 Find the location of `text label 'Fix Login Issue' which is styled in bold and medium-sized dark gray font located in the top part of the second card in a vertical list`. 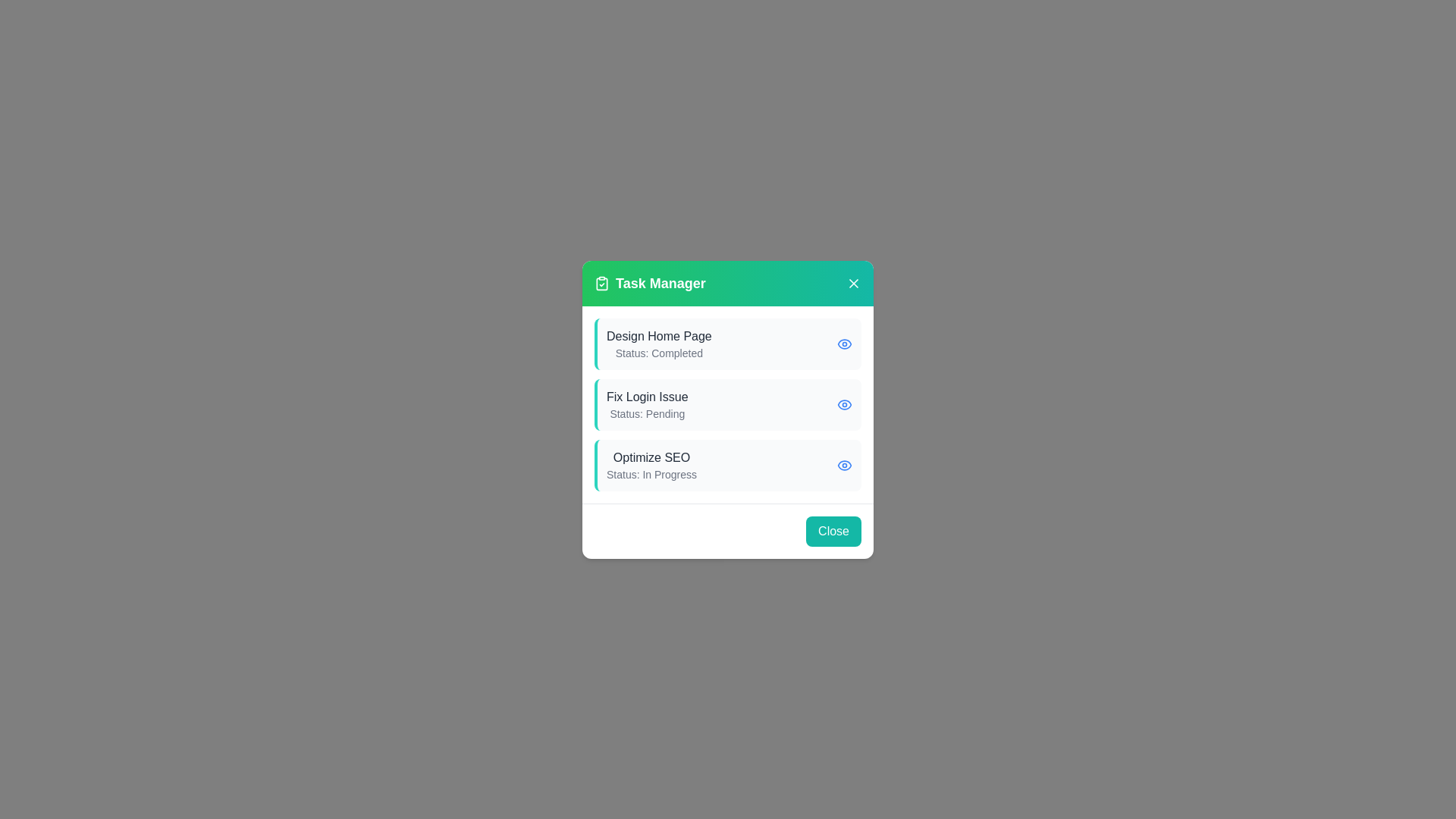

text label 'Fix Login Issue' which is styled in bold and medium-sized dark gray font located in the top part of the second card in a vertical list is located at coordinates (647, 396).